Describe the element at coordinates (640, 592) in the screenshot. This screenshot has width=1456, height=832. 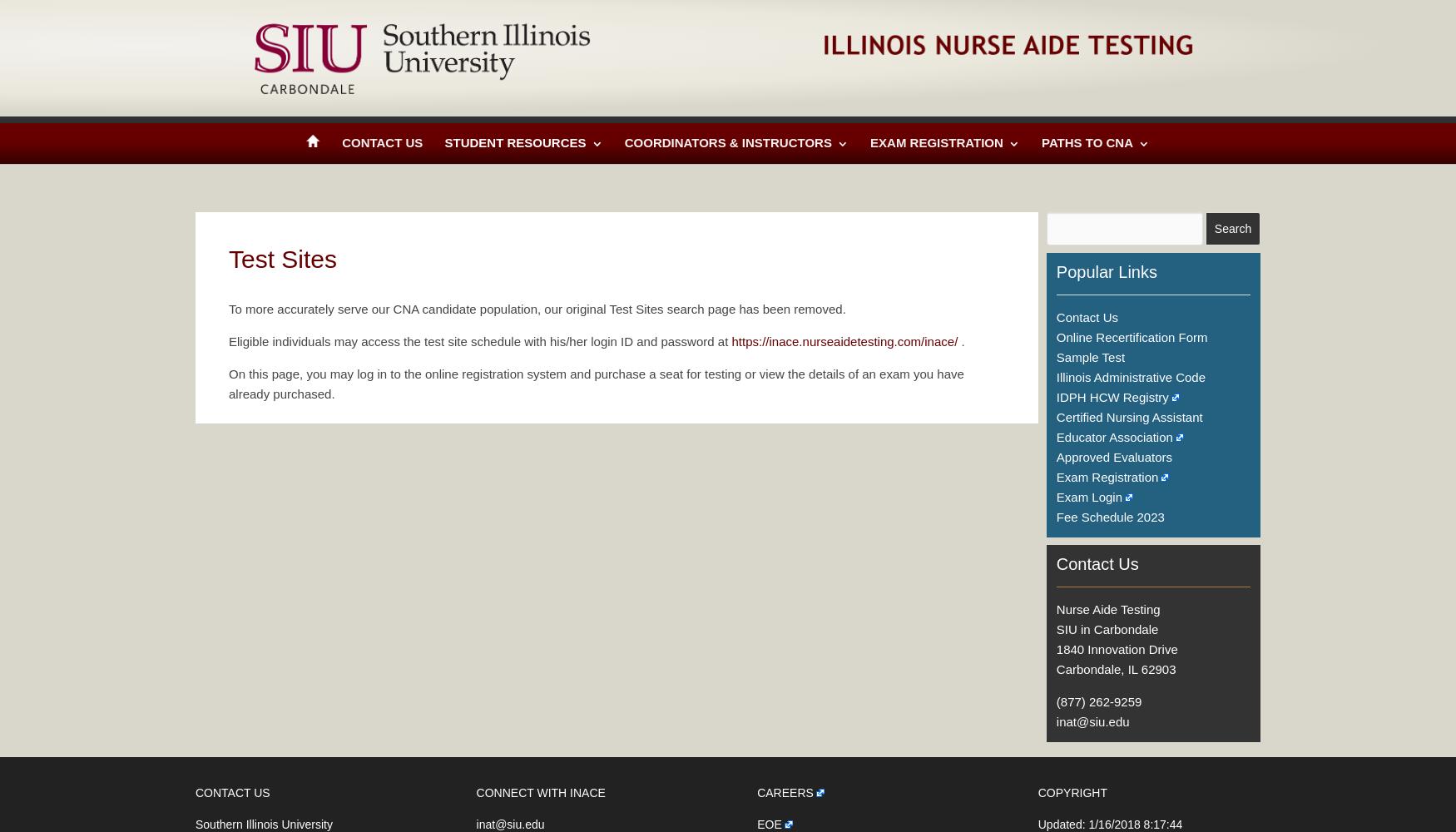
I see `'Test Item Development'` at that location.